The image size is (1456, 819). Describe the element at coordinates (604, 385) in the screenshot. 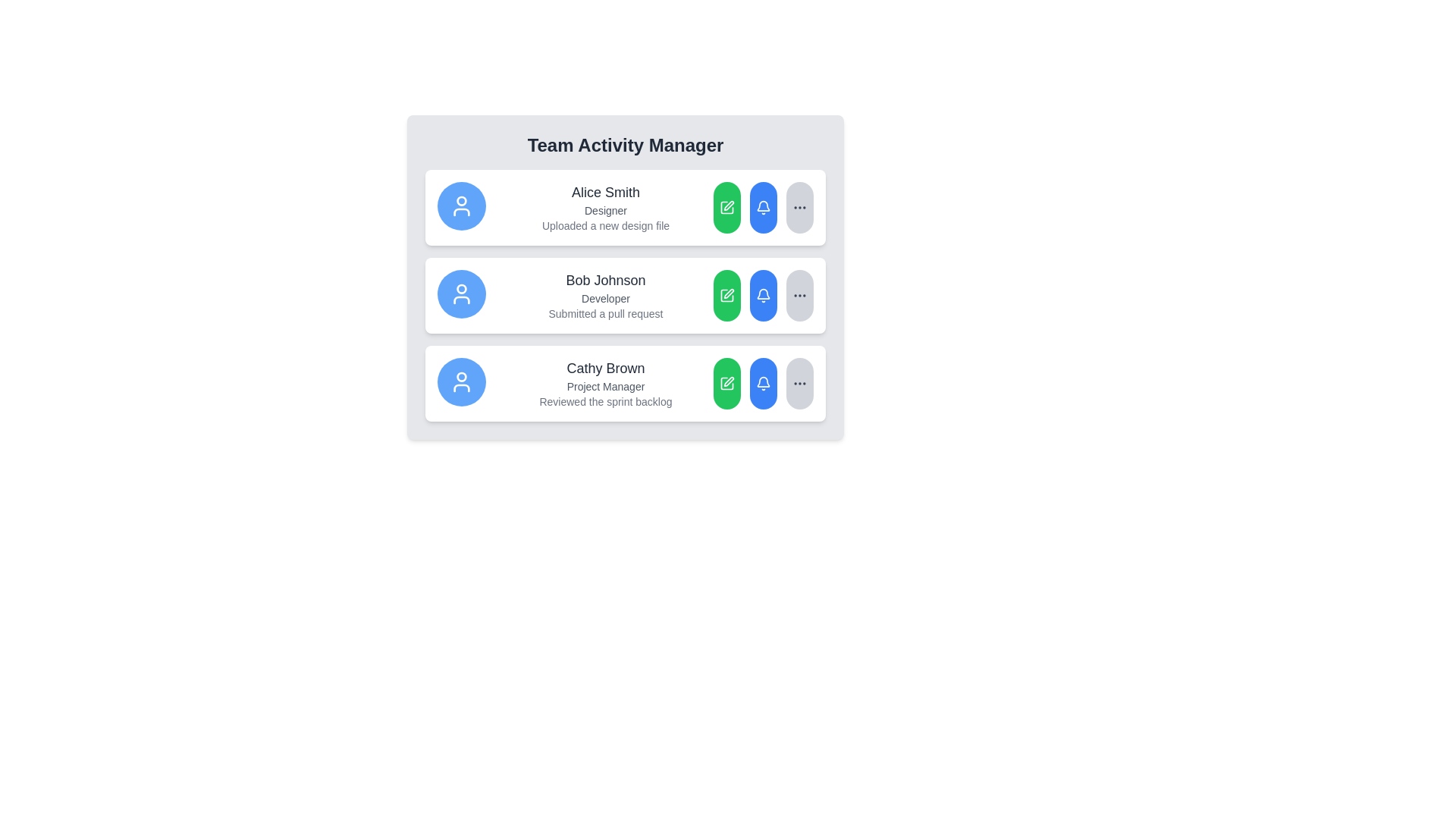

I see `the text label reading 'Project Manager' which is styled with a small font size and gray color tone, located in the middle of the third user entry in the list, below 'Cathy Brown' and above 'Reviewed the sprint backlog.'` at that location.